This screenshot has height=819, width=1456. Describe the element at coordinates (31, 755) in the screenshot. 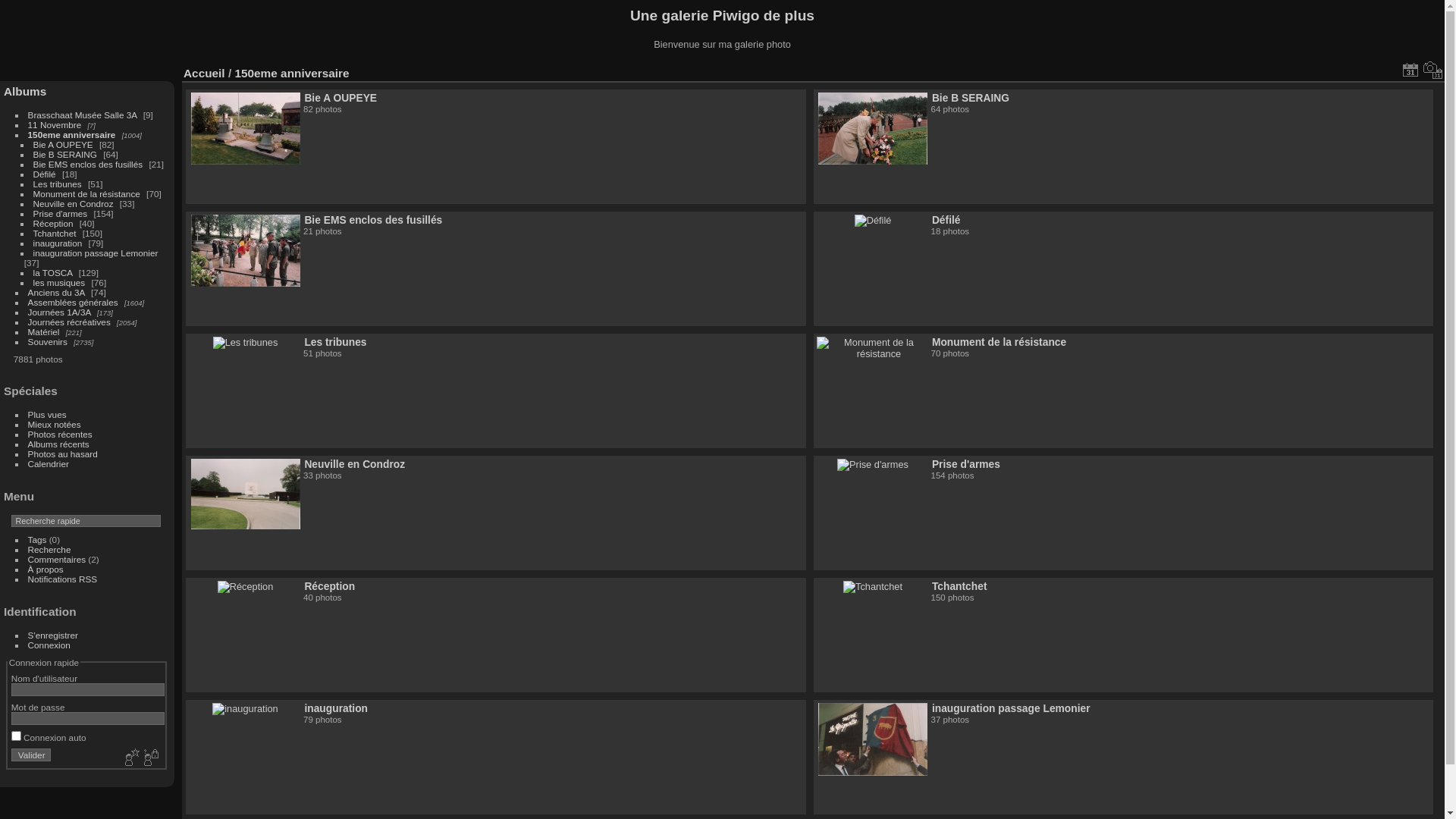

I see `'Valider'` at that location.